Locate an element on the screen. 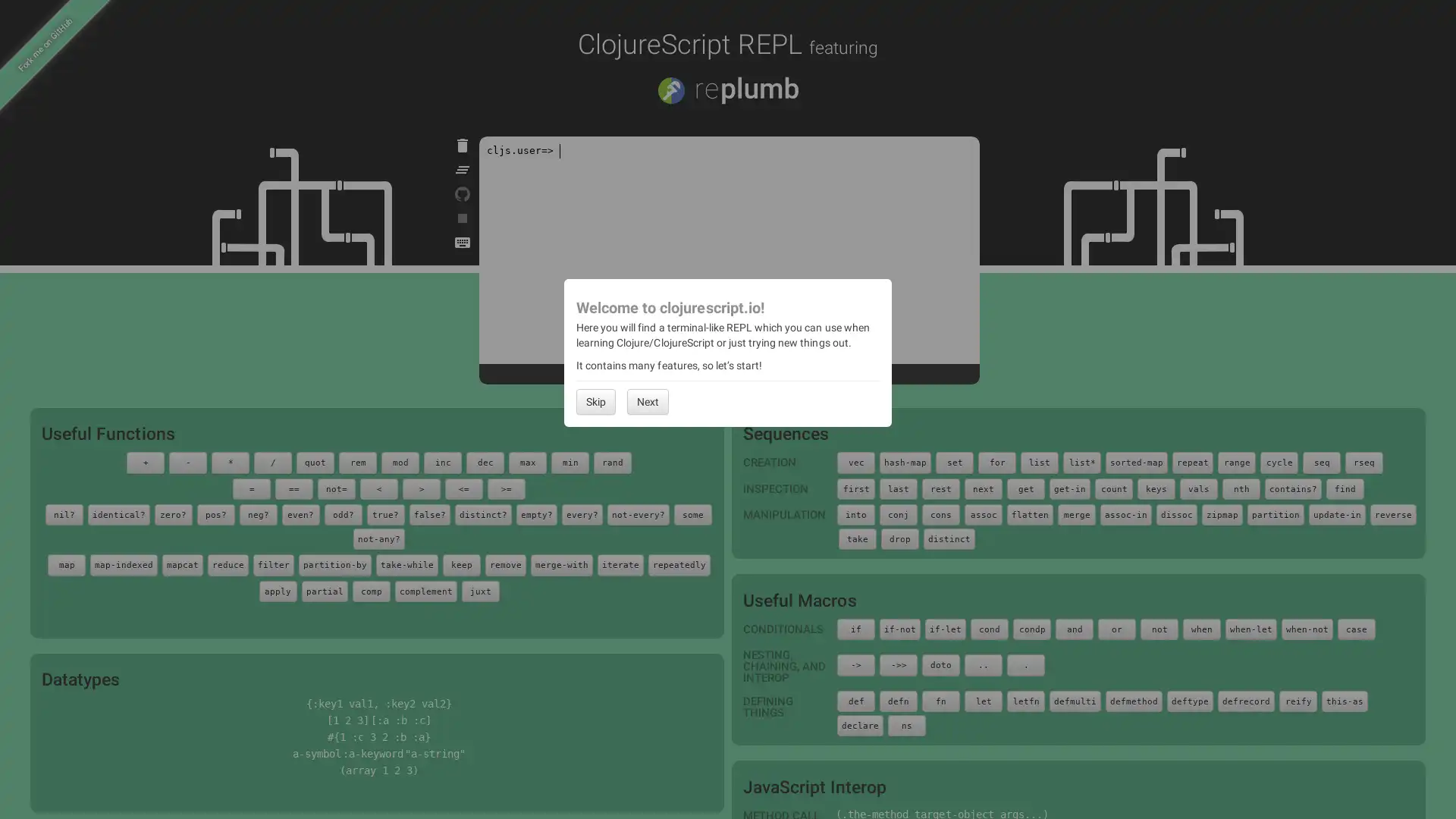 The height and width of the screenshot is (819, 1456). = is located at coordinates (251, 488).